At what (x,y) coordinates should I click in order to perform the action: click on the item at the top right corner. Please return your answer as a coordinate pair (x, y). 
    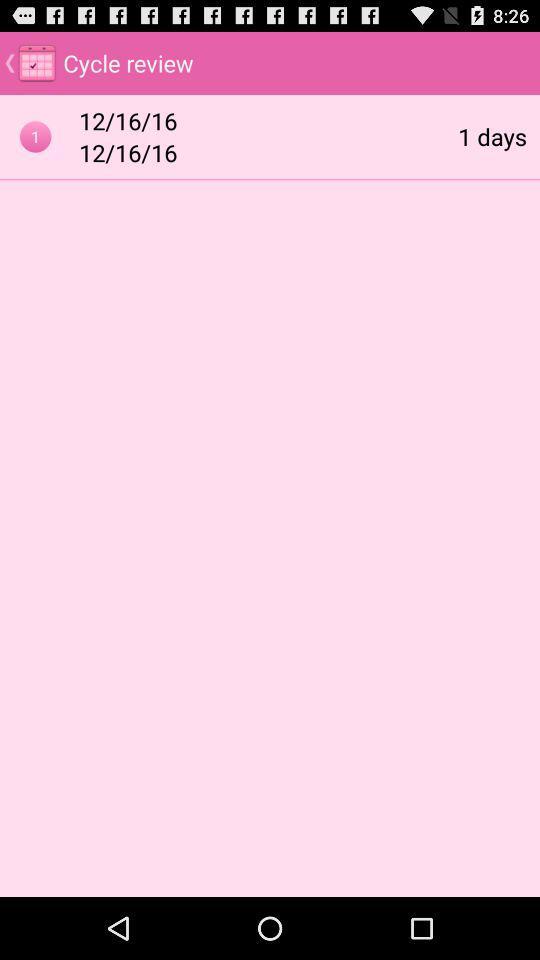
    Looking at the image, I should click on (491, 135).